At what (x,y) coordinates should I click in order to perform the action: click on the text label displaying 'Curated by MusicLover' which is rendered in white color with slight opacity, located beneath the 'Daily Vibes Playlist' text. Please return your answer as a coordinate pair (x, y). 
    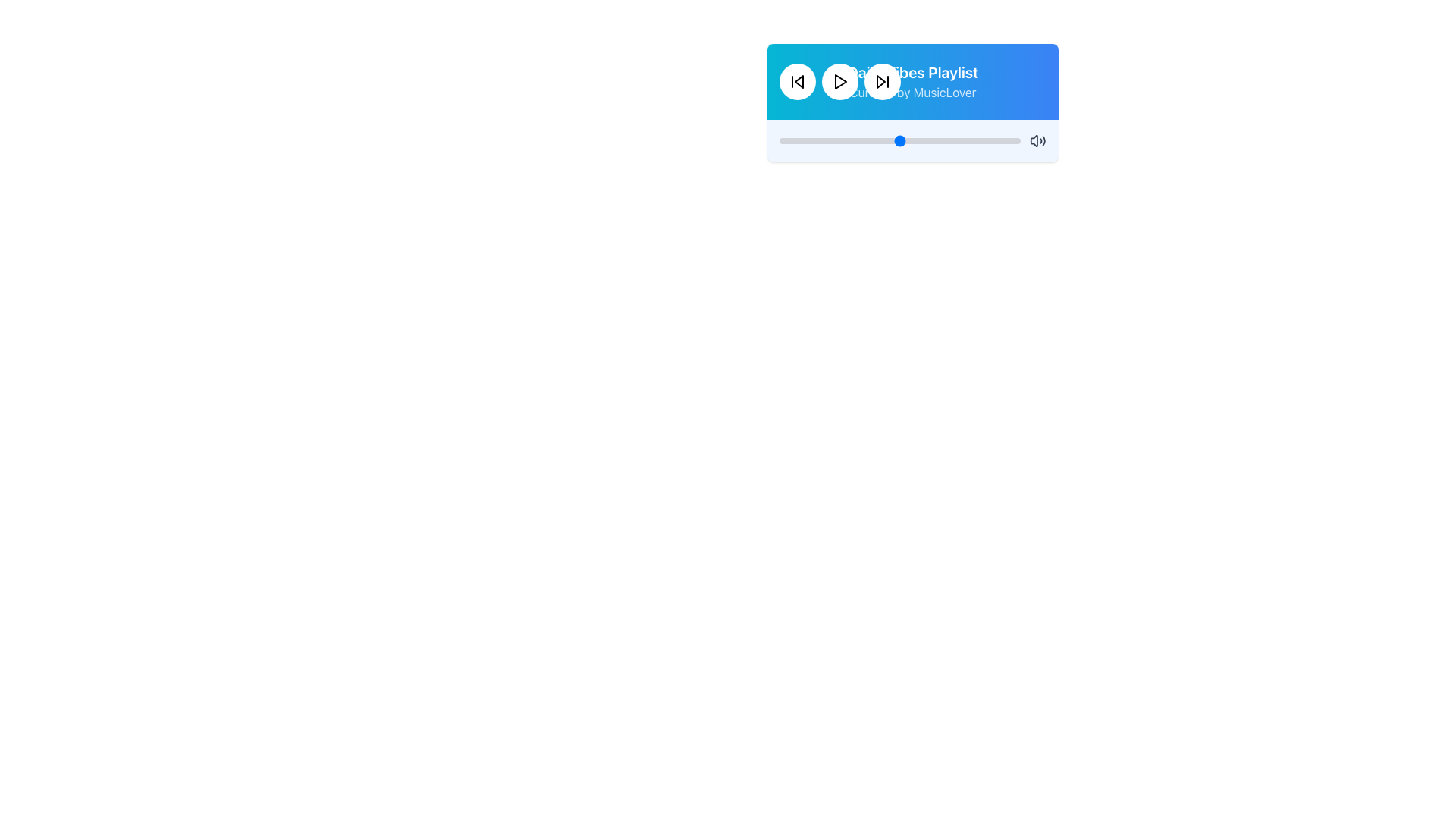
    Looking at the image, I should click on (912, 93).